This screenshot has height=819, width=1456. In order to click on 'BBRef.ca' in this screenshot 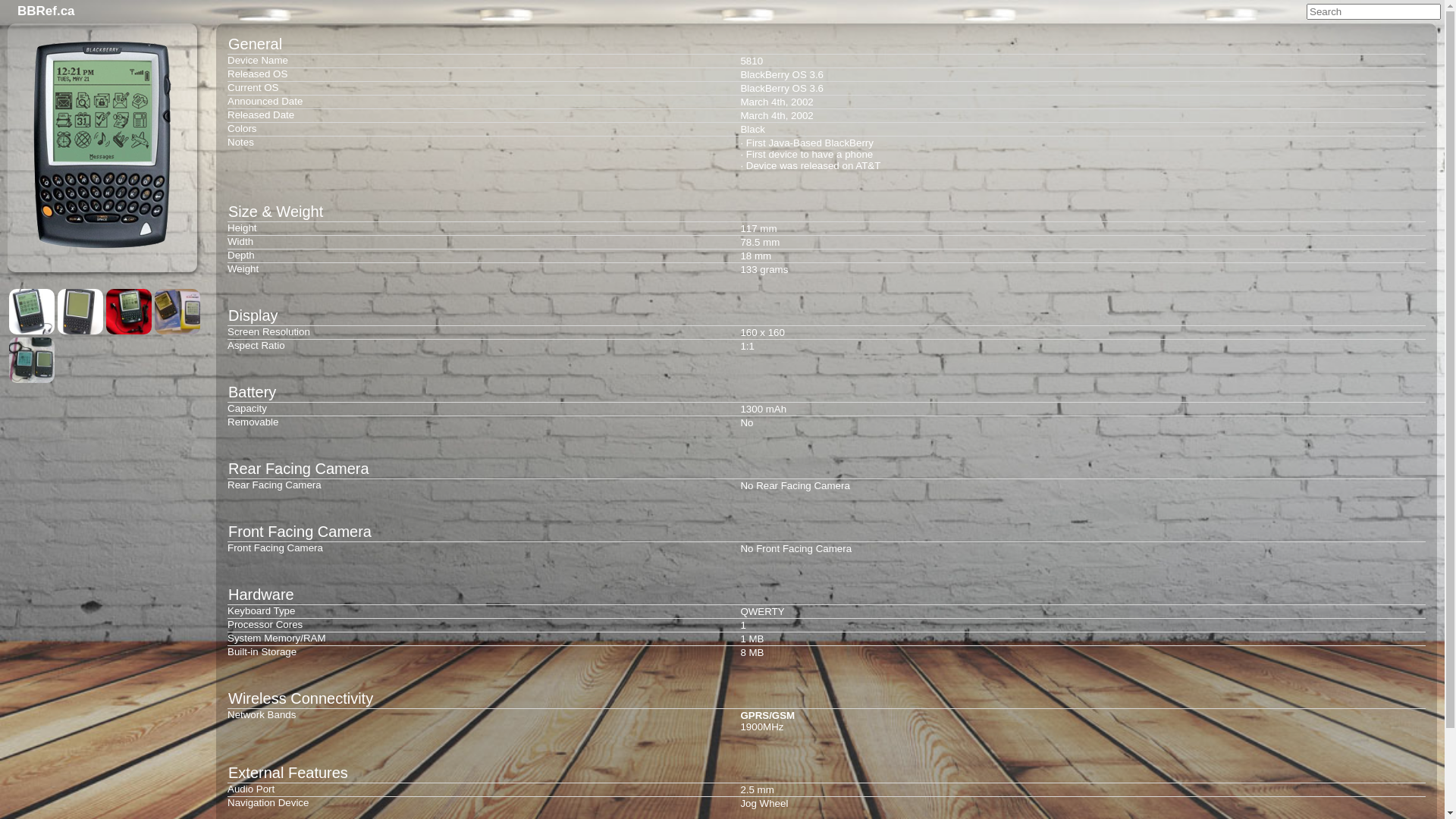, I will do `click(46, 11)`.